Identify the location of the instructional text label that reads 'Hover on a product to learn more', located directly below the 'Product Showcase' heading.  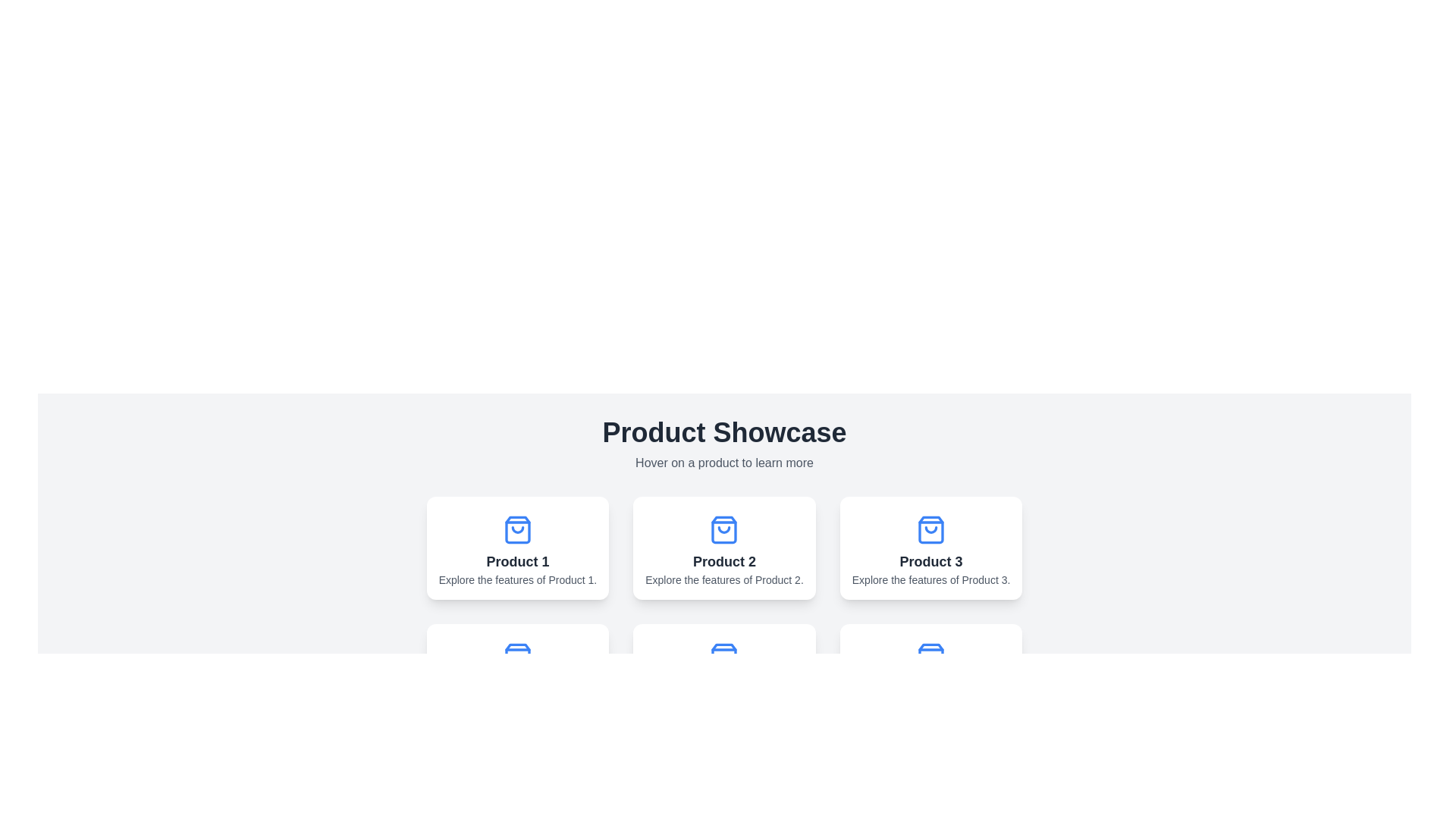
(723, 462).